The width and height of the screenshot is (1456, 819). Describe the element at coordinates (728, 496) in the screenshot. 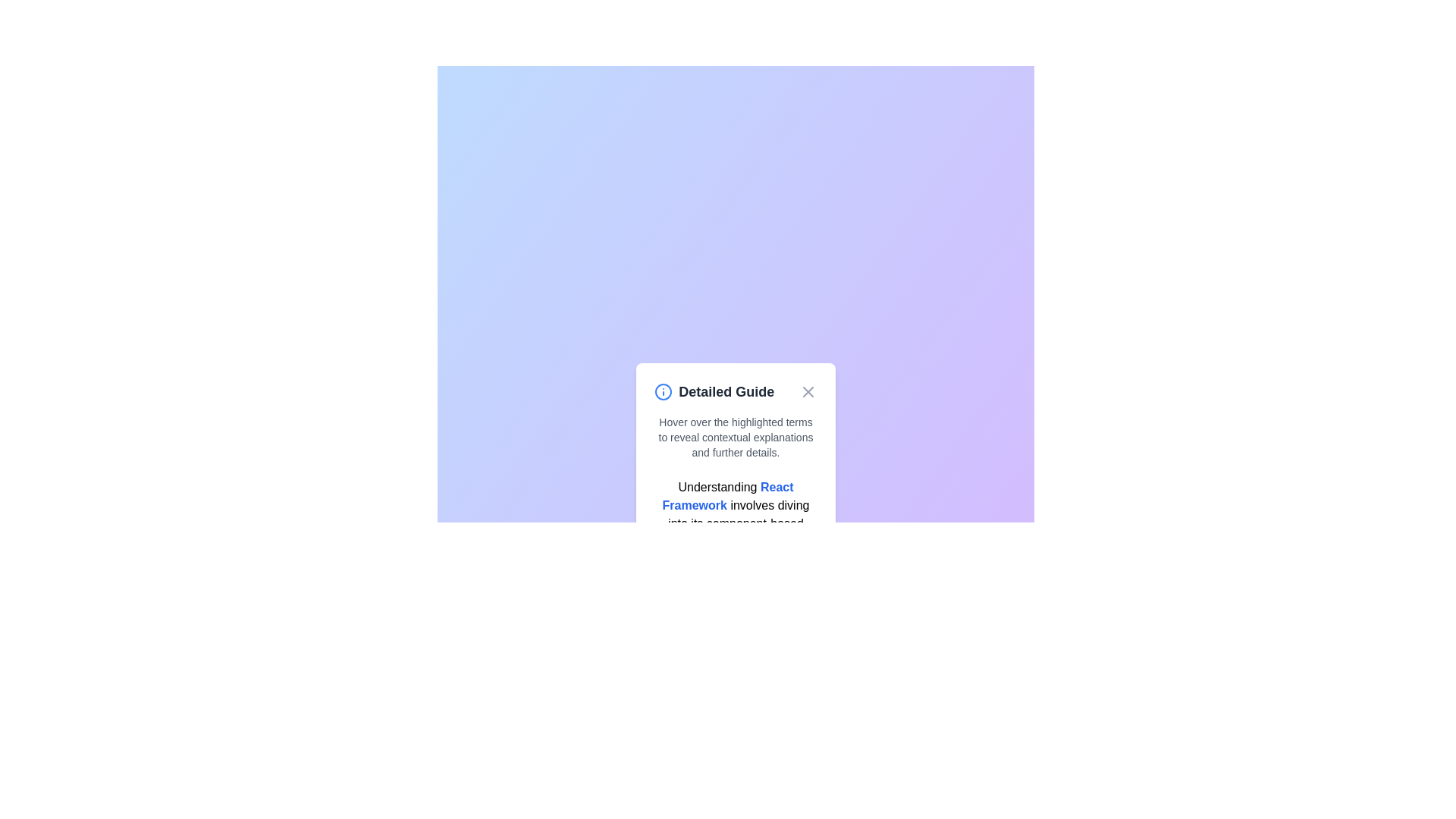

I see `the Text Highlight that provides context about 'React Framework', located in the modal beneath the header 'Detailed Guide'` at that location.